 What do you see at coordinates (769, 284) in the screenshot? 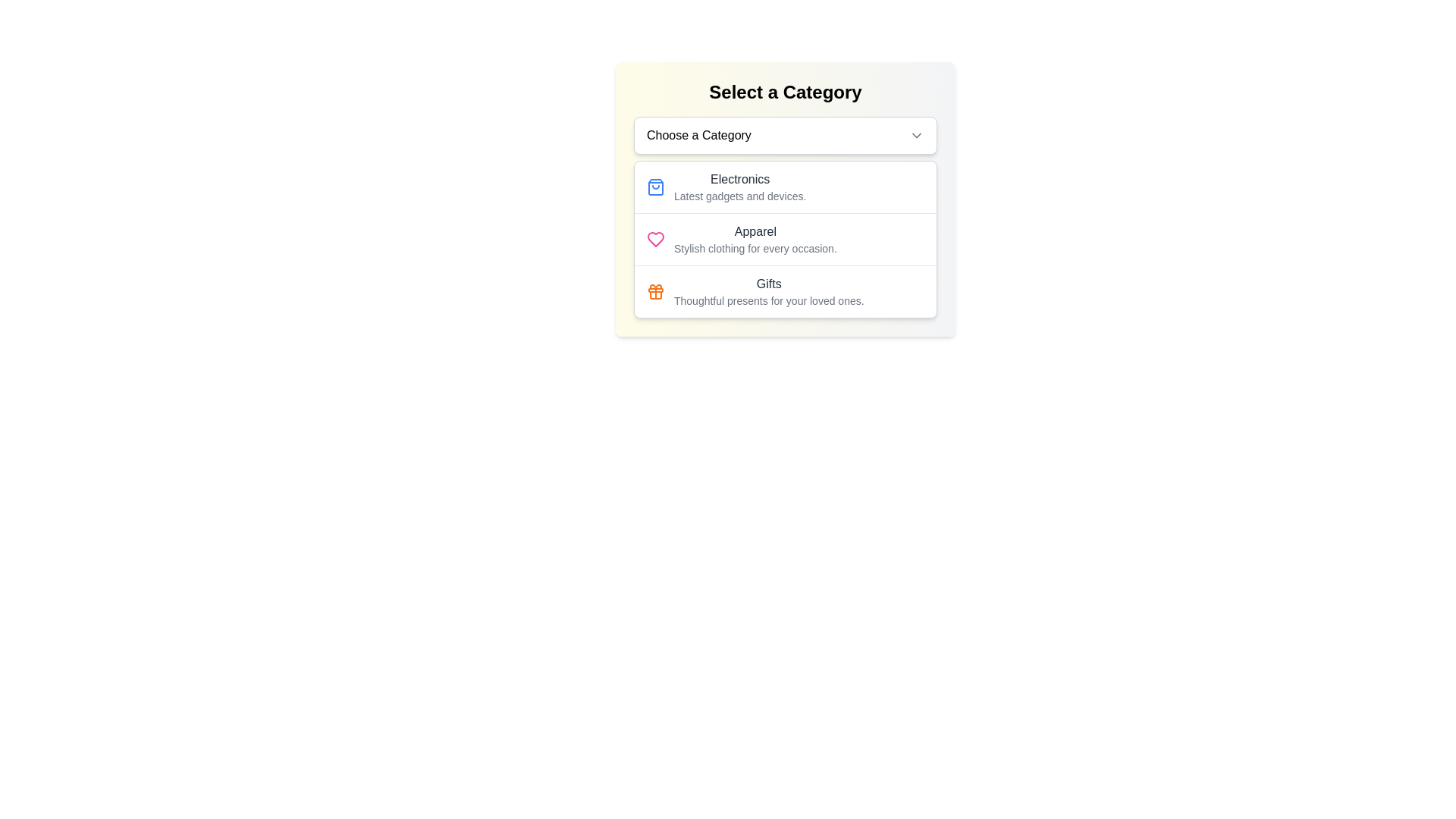
I see `the 'Gifts' text label, which is a dark gray static text element located above the descriptive text in the 'Select a Category' interface` at bounding box center [769, 284].